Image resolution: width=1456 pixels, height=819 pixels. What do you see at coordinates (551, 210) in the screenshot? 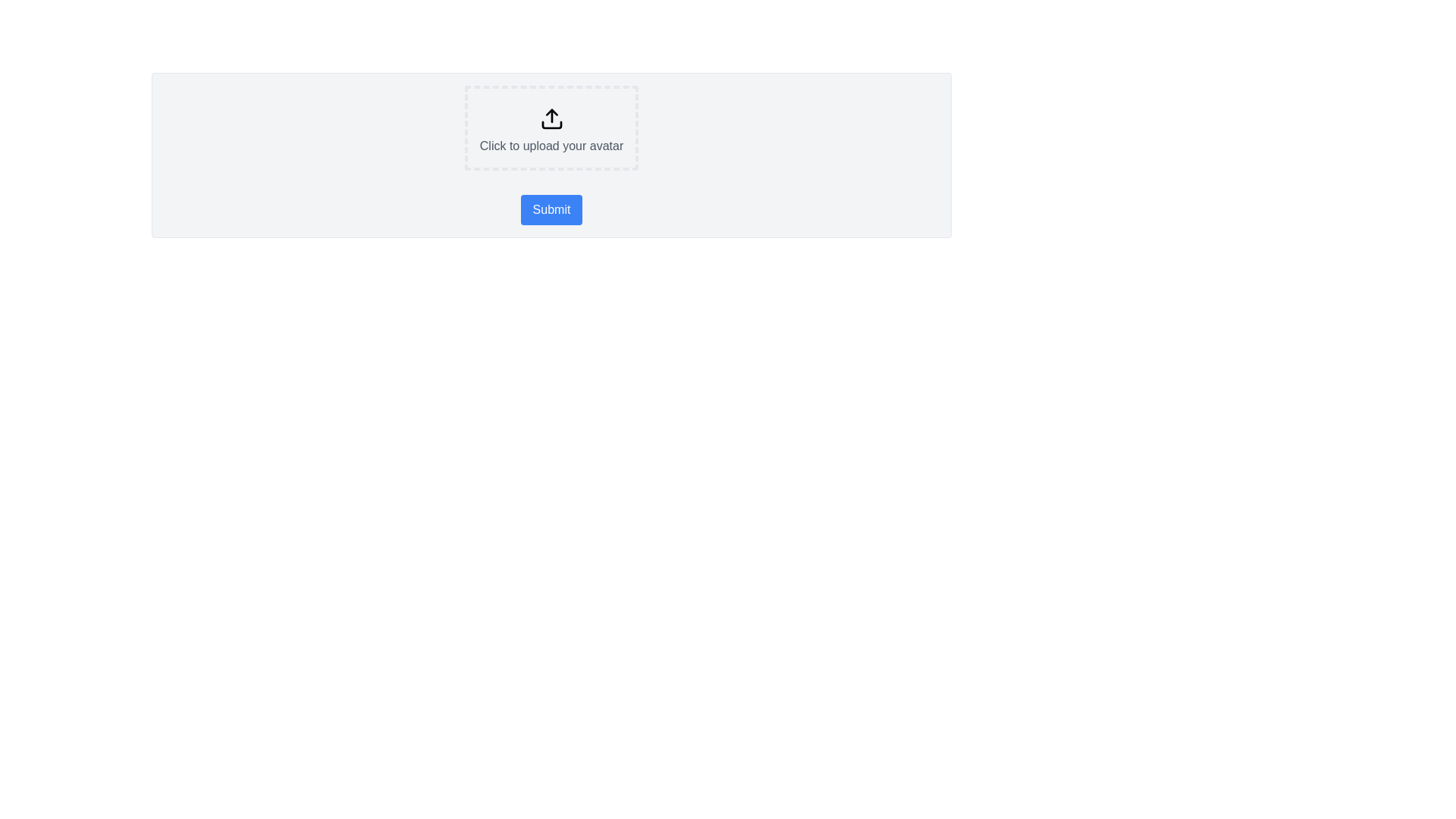
I see `the 'Submit' button with a blue background and white text to engage its hover effects` at bounding box center [551, 210].